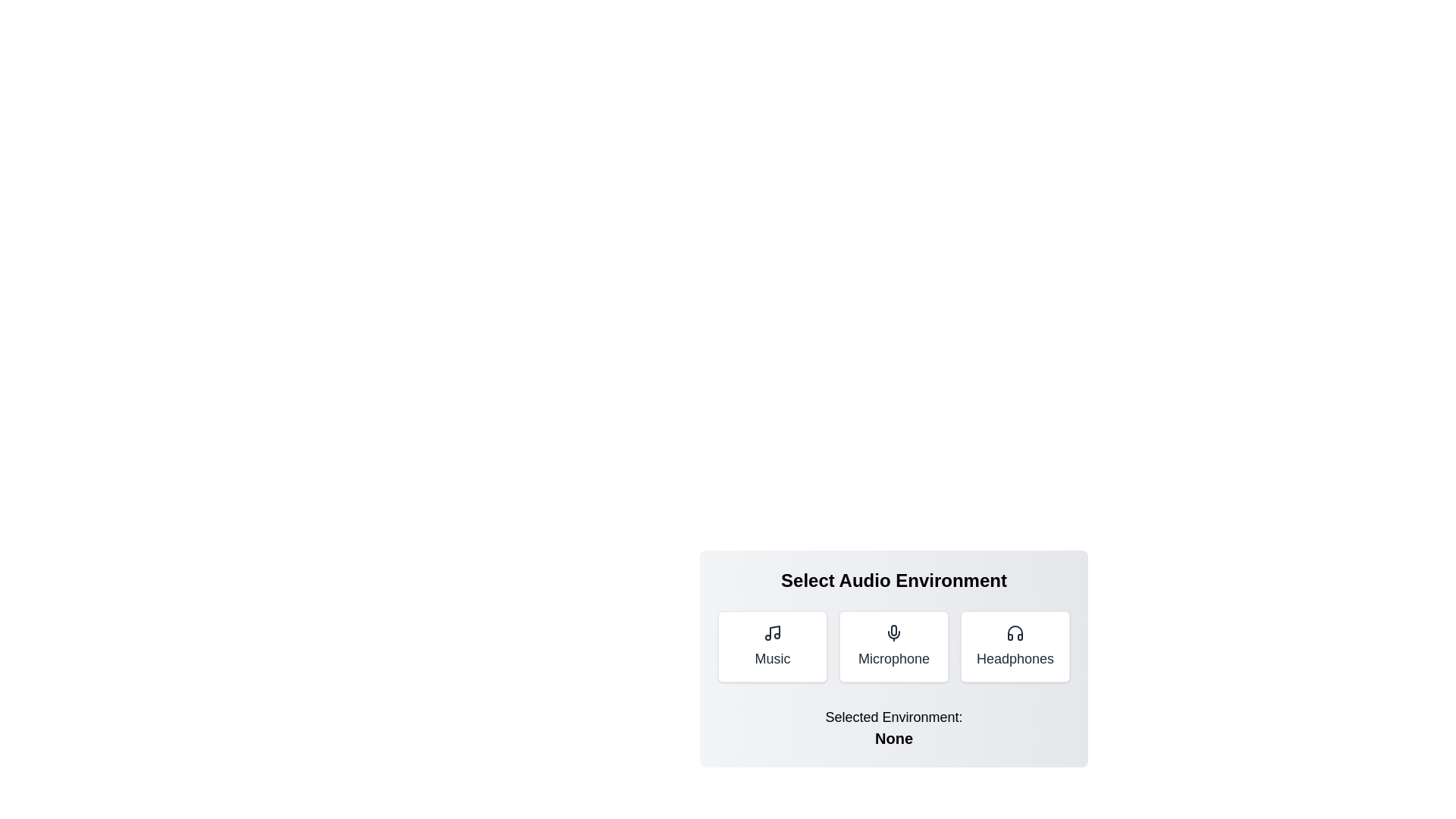 This screenshot has height=819, width=1456. I want to click on the selection panel located near the bottom-right of the interface, so click(894, 660).